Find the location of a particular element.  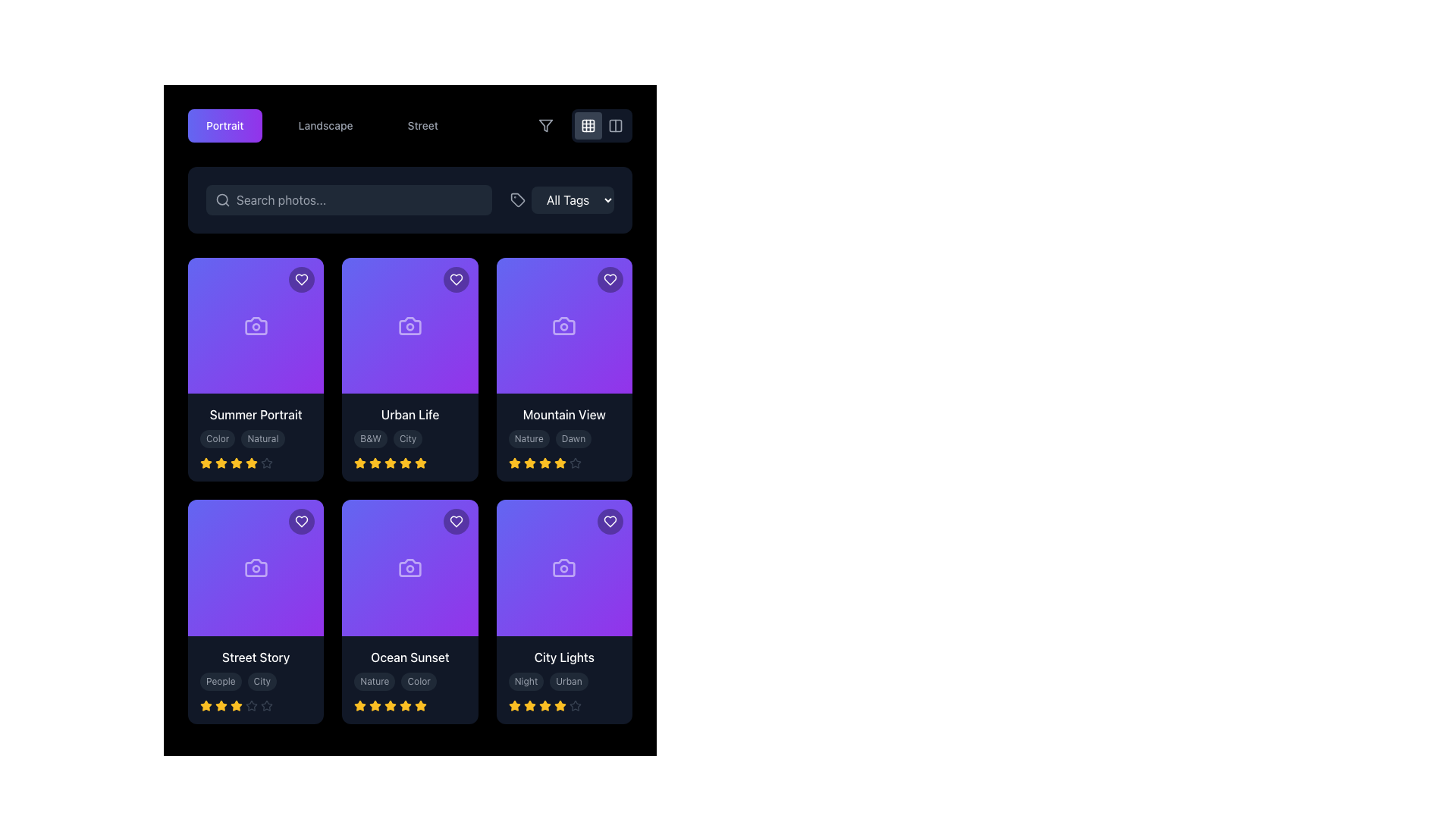

the toggle display mode button is located at coordinates (582, 124).